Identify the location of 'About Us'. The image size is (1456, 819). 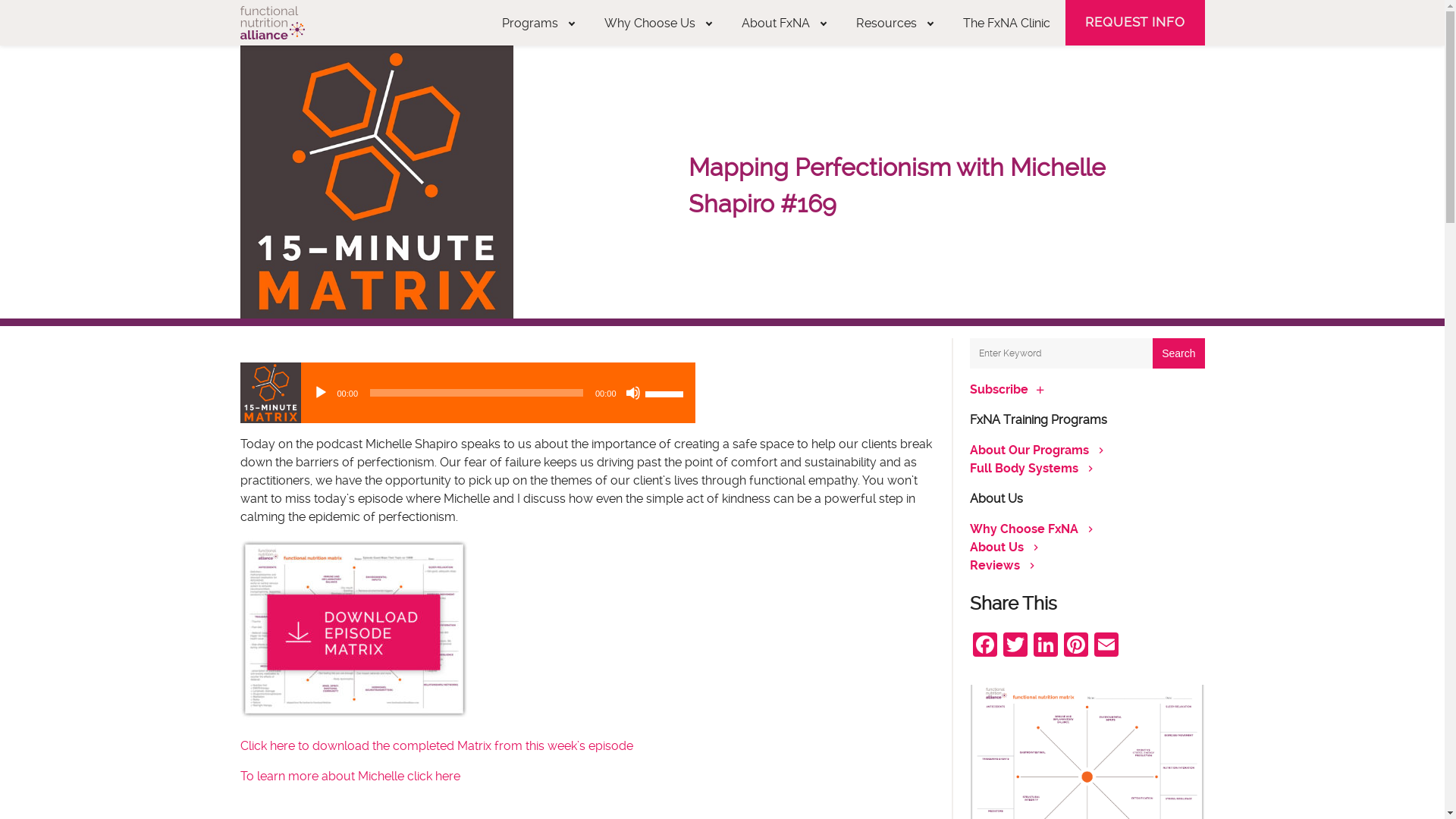
(996, 547).